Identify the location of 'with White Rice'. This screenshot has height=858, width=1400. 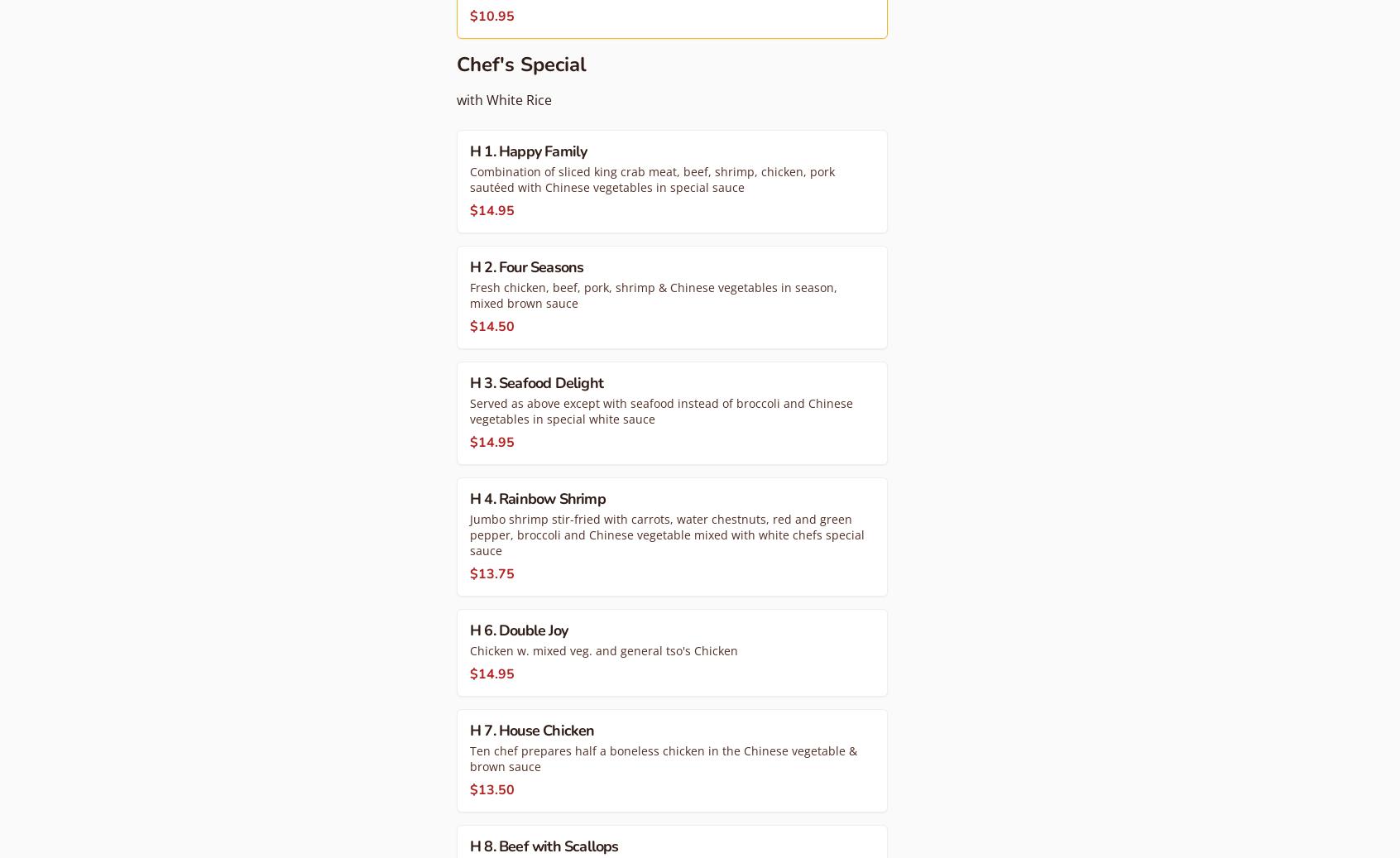
(503, 98).